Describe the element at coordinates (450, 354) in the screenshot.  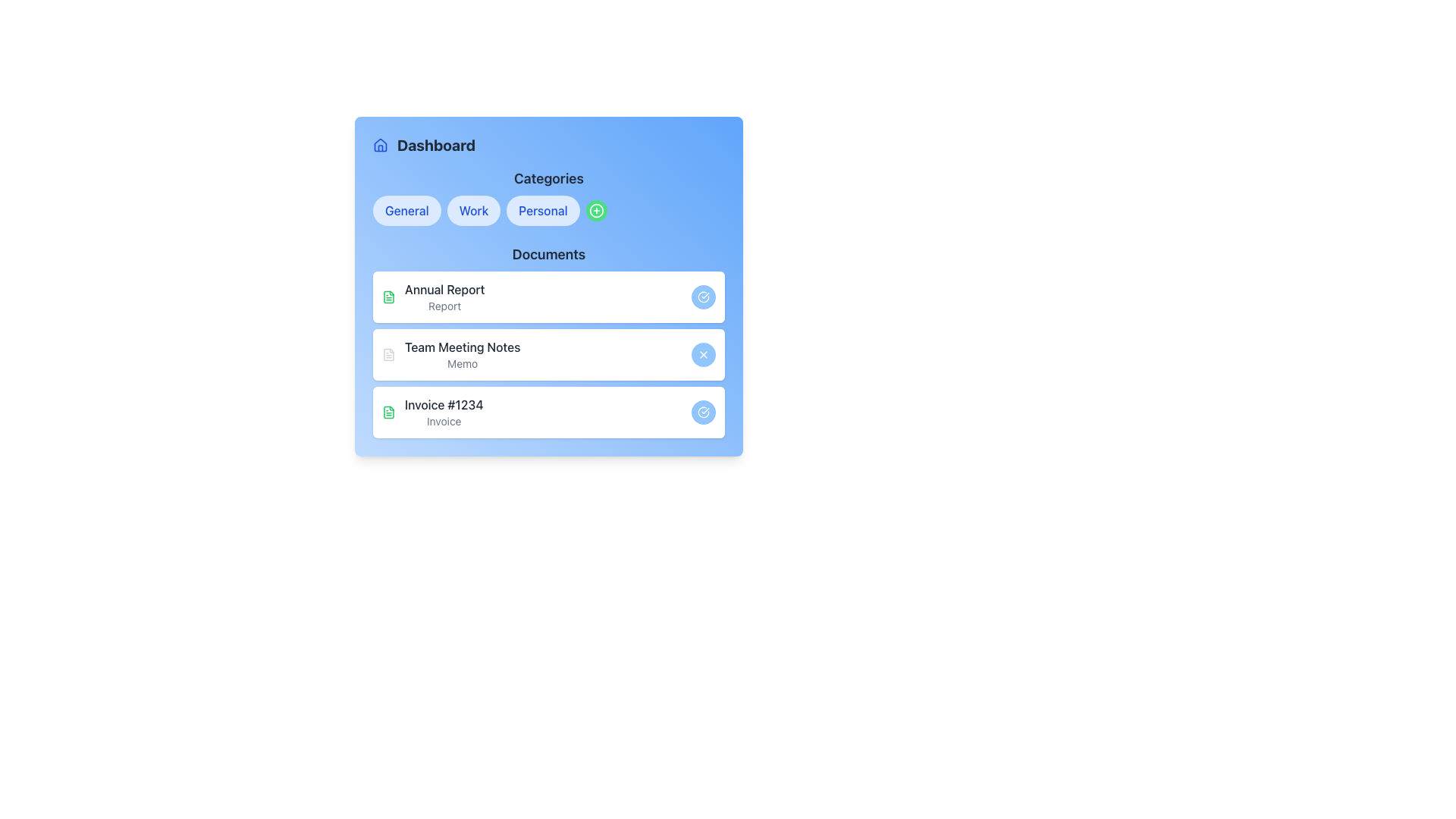
I see `the 'Team Meeting Notes' document entry` at that location.